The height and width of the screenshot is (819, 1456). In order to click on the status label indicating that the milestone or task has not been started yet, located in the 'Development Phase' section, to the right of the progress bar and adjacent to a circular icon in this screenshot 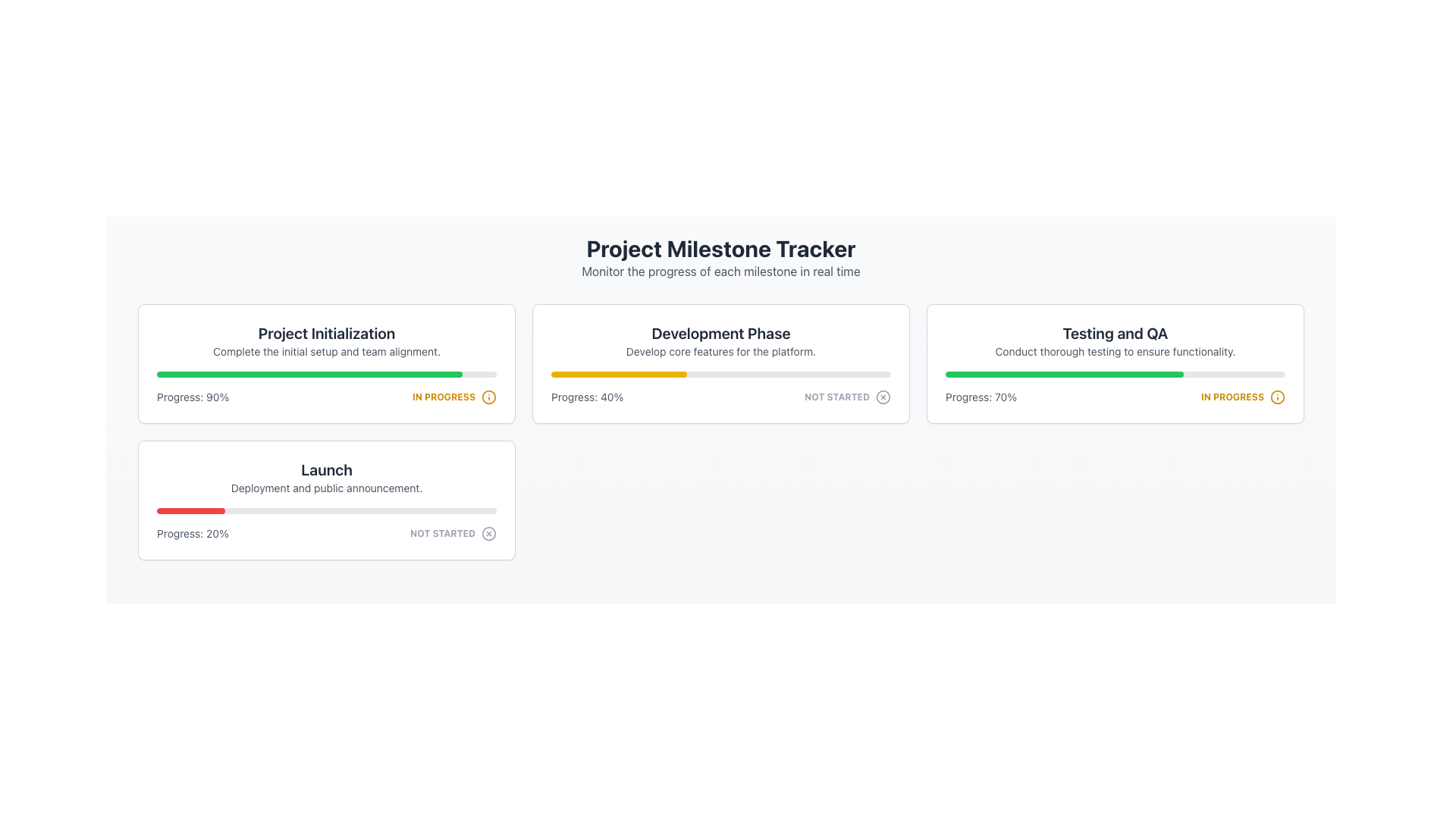, I will do `click(836, 397)`.